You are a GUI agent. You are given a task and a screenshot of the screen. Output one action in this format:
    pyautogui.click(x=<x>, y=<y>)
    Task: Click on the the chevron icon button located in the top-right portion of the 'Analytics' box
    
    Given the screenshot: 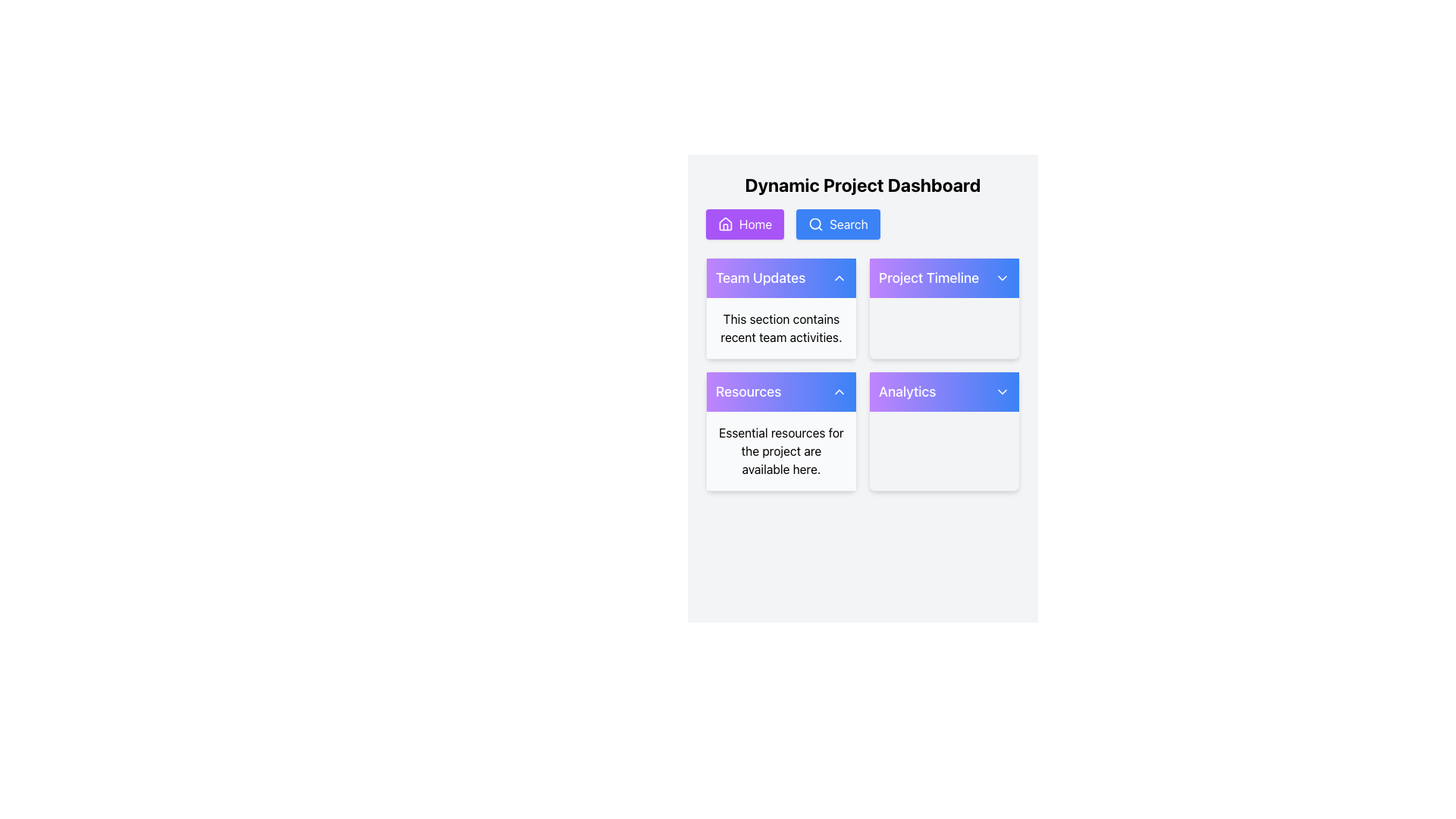 What is the action you would take?
    pyautogui.click(x=1002, y=391)
    